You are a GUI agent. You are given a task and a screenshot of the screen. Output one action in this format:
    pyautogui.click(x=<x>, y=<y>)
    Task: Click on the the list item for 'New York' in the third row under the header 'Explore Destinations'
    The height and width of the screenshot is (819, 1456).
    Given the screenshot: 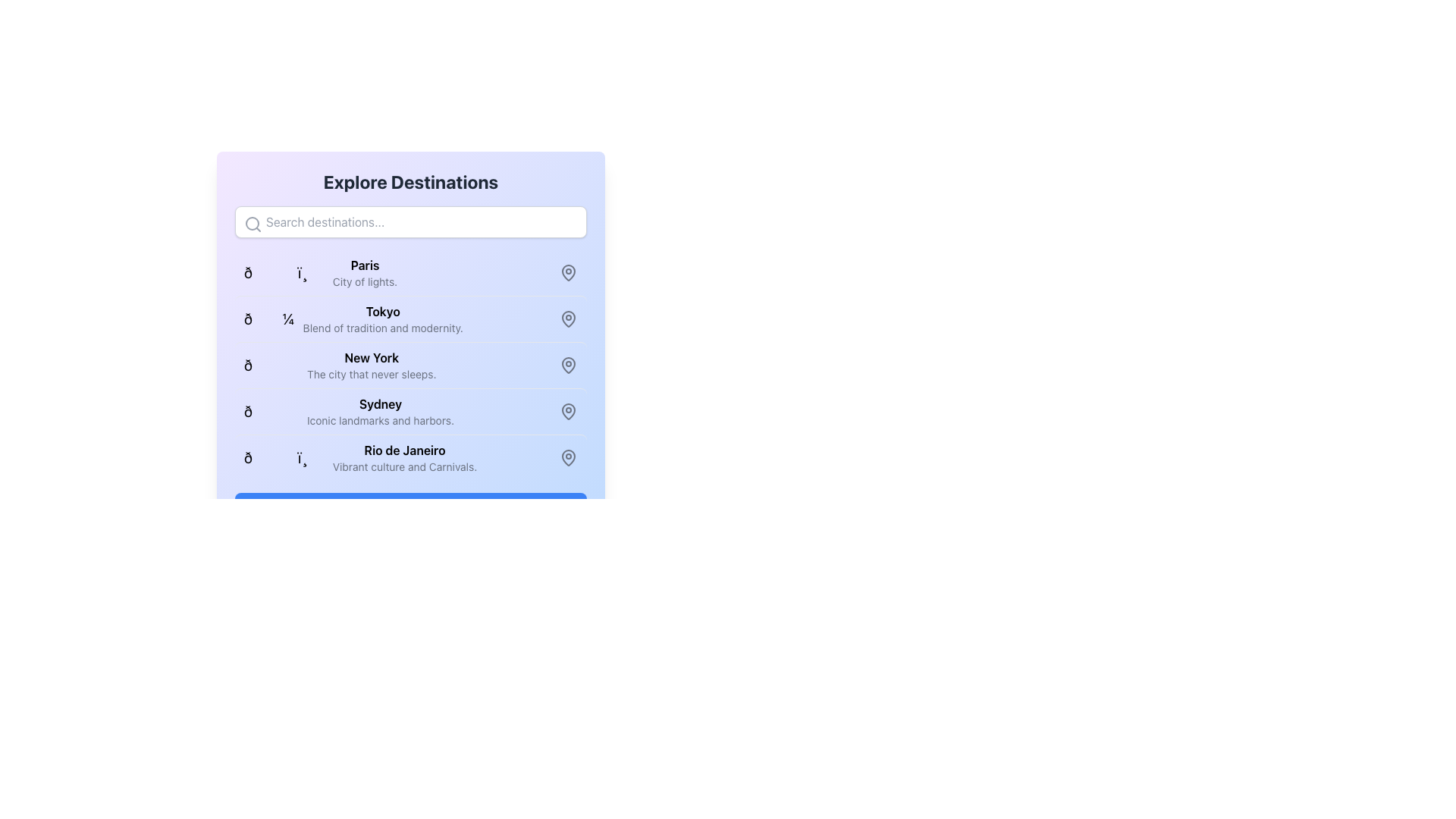 What is the action you would take?
    pyautogui.click(x=372, y=366)
    